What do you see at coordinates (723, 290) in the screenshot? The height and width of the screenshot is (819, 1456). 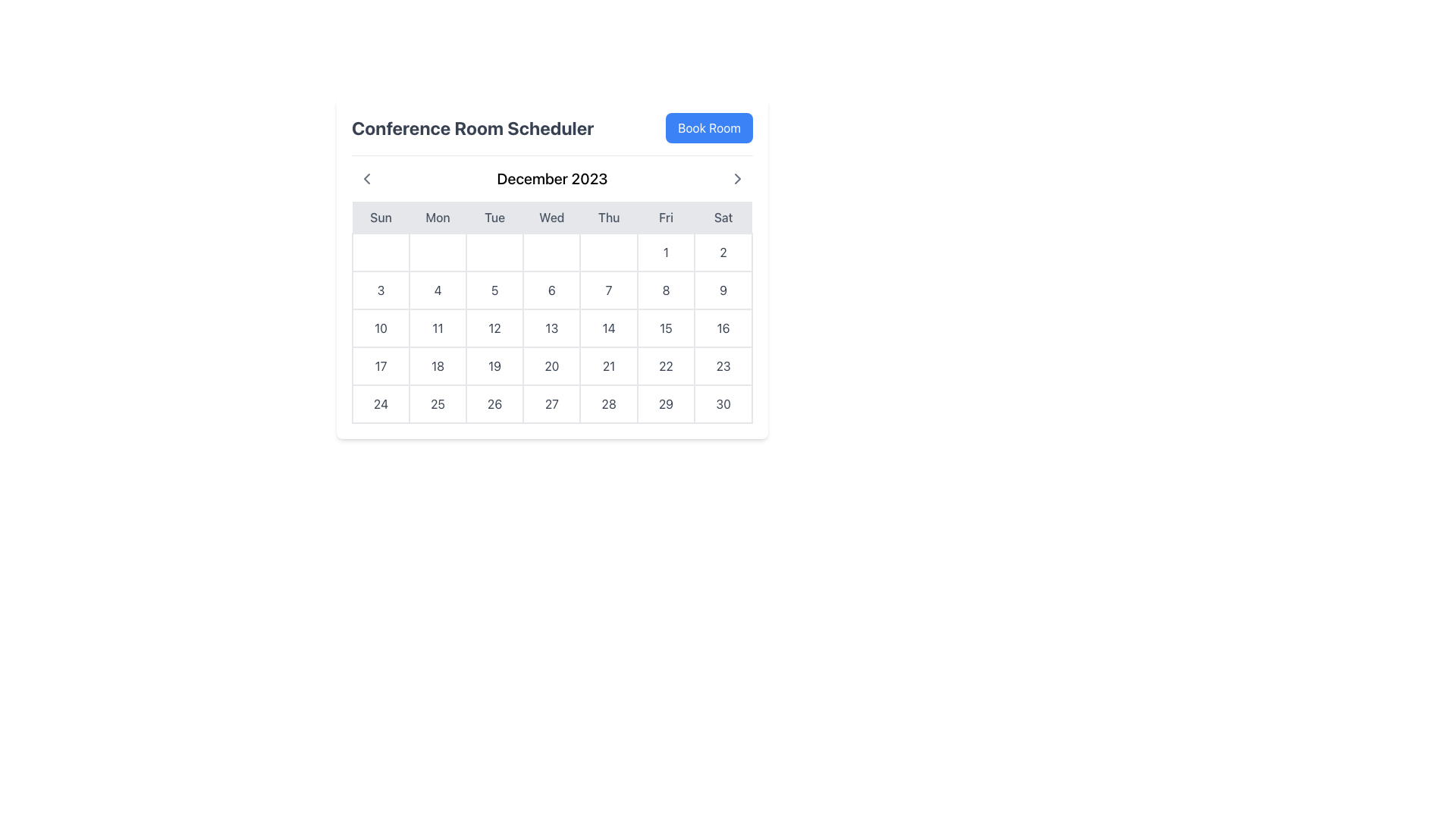 I see `the rounded rectangular button displaying the number '9' in dark gray` at bounding box center [723, 290].